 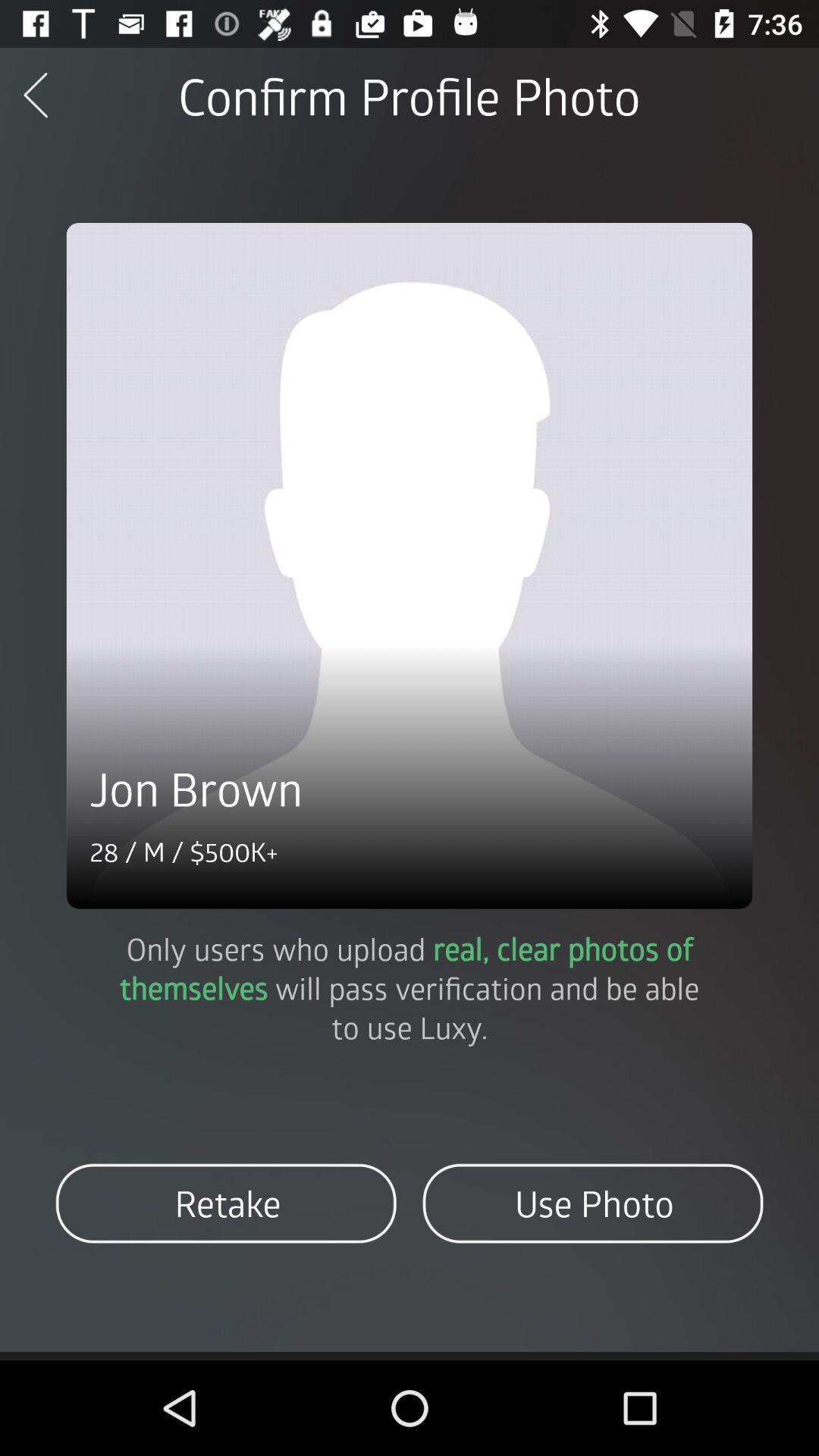 What do you see at coordinates (226, 1203) in the screenshot?
I see `the icon to the left of the use photo item` at bounding box center [226, 1203].